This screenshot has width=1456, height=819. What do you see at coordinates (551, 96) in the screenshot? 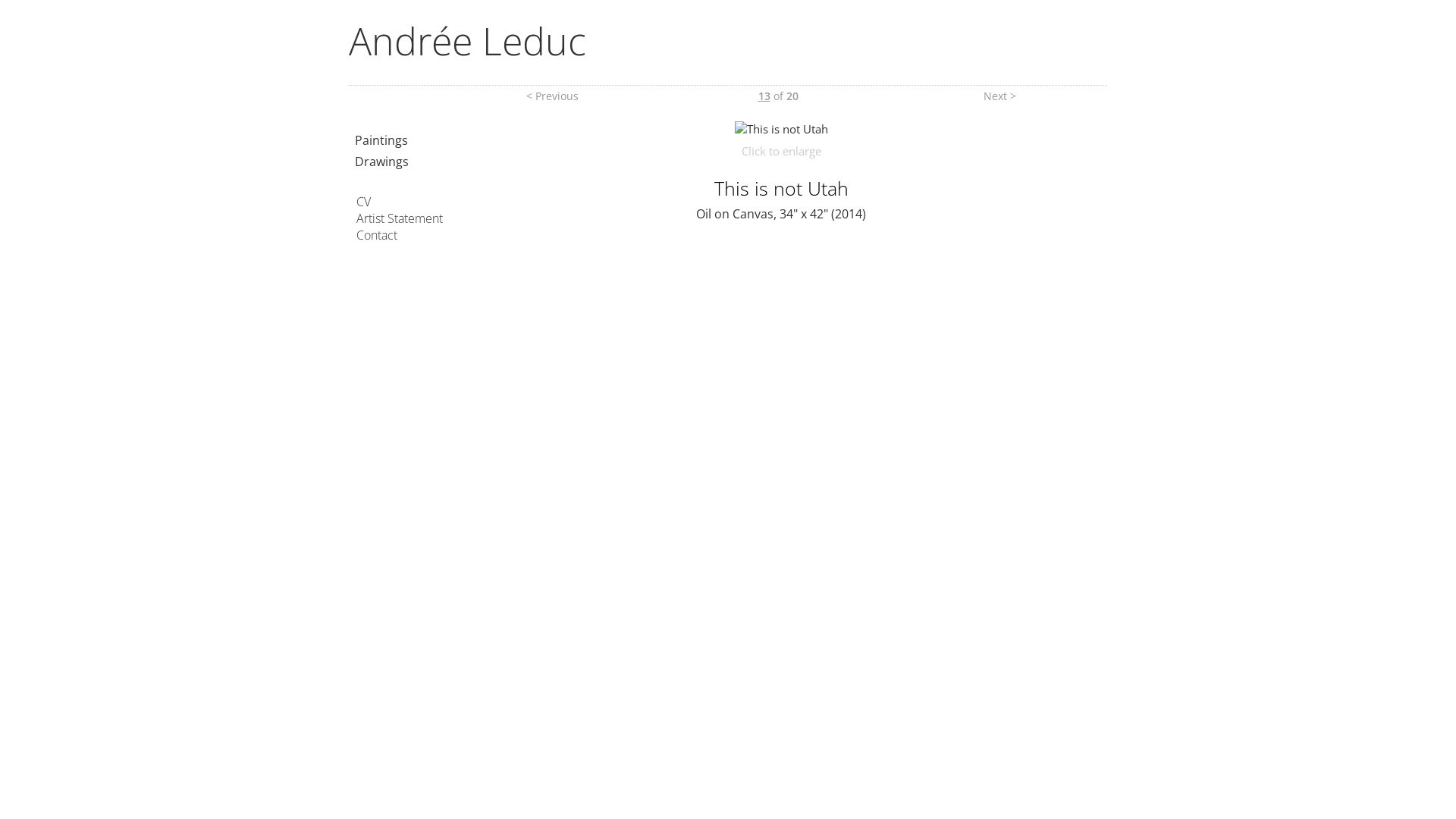
I see `'< Previous'` at bounding box center [551, 96].